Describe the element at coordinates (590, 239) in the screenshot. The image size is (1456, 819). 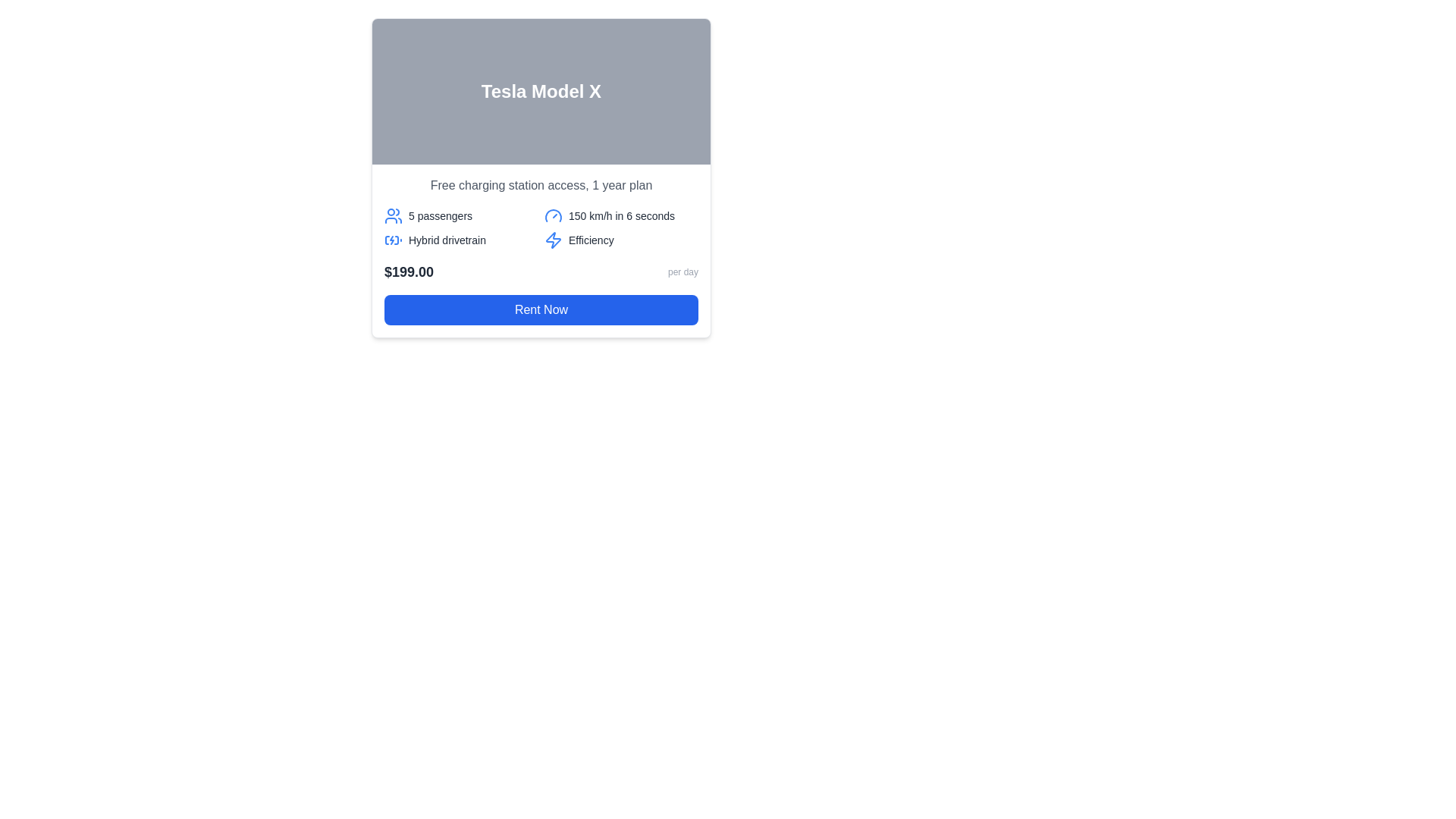
I see `the text label that represents an attribute of the car's performance, located to the right of the 'Efficiency' icon and below other car details` at that location.